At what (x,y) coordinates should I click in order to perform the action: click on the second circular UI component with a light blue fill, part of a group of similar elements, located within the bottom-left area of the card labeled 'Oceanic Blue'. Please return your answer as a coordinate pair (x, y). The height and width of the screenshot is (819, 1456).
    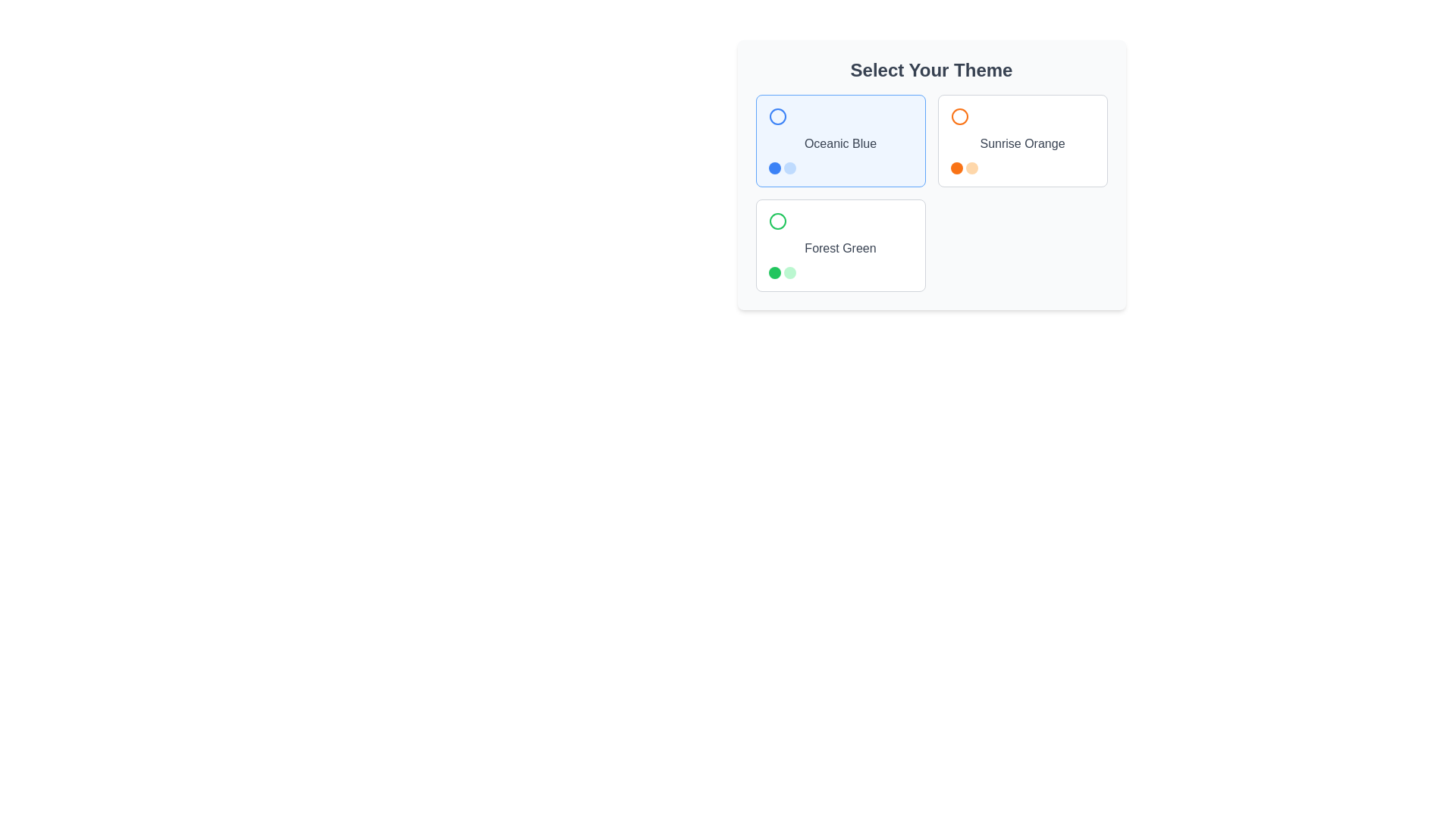
    Looking at the image, I should click on (789, 168).